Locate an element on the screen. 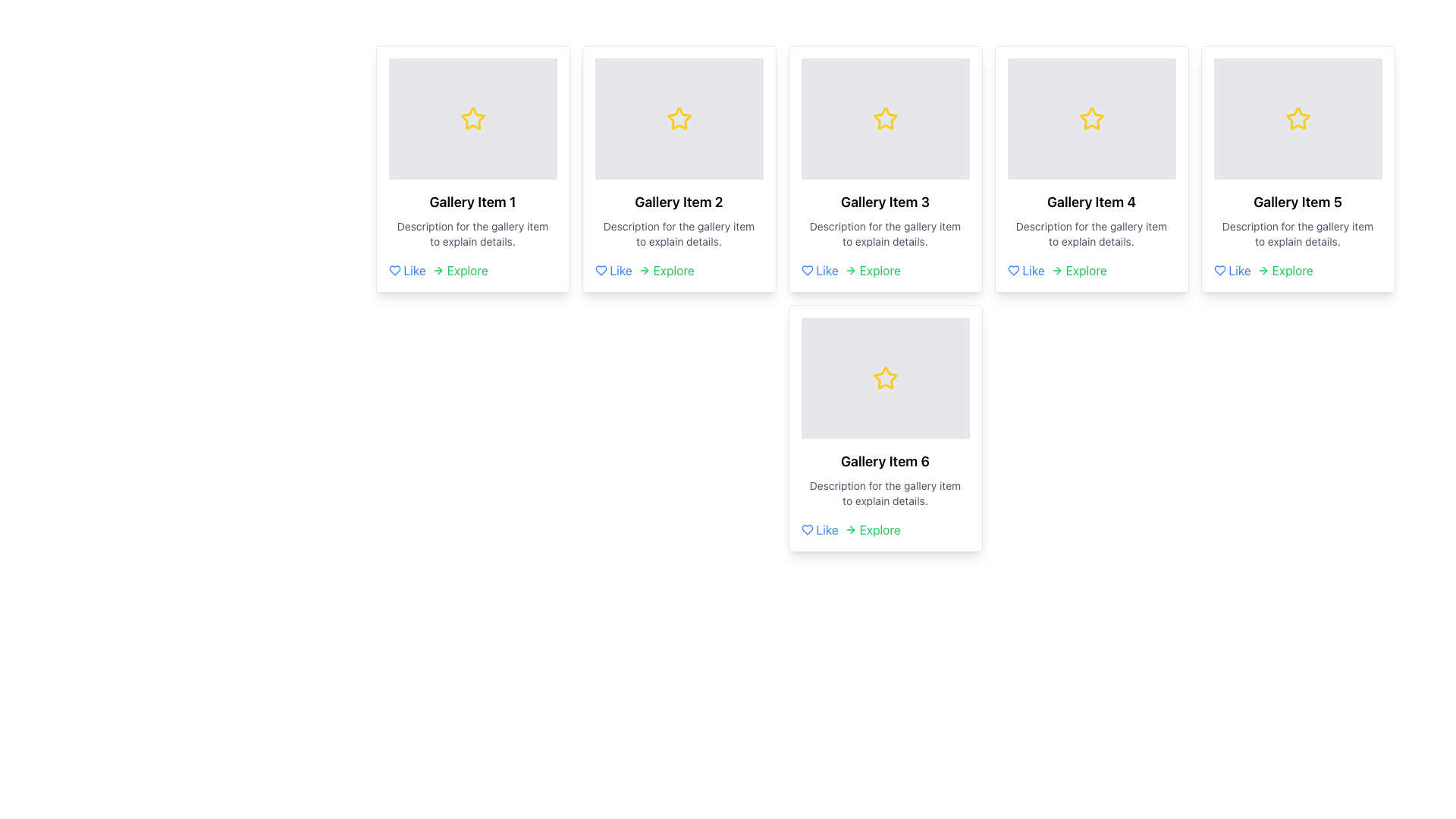 The height and width of the screenshot is (819, 1456). the interactive text label reading 'Explore' with a right-pointing arrow icon located at the bottom-right corner of the card for 'Gallery Item 5' is located at coordinates (1284, 270).